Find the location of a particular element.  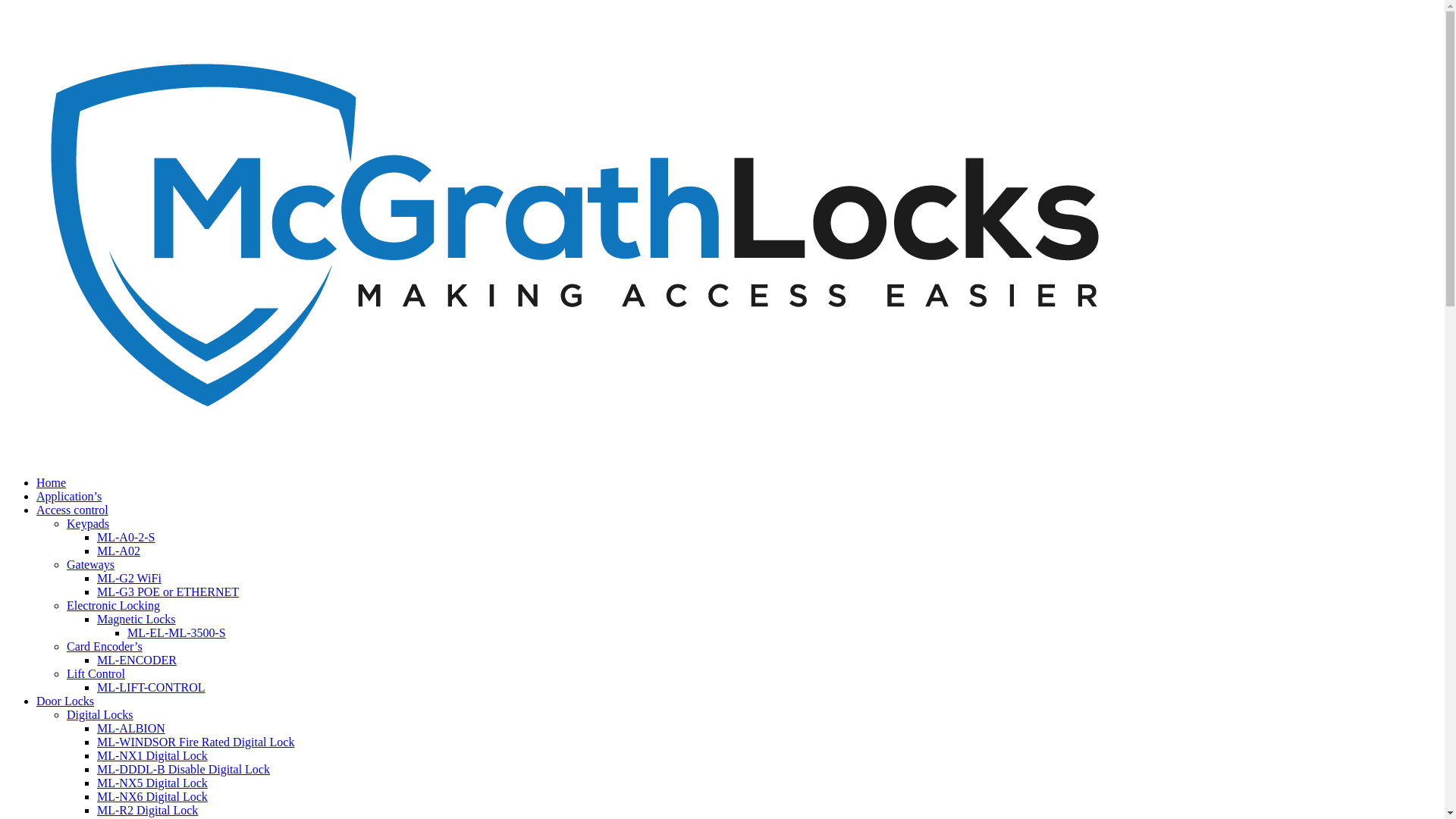

'ML-EL-ML-3500-S' is located at coordinates (177, 632).